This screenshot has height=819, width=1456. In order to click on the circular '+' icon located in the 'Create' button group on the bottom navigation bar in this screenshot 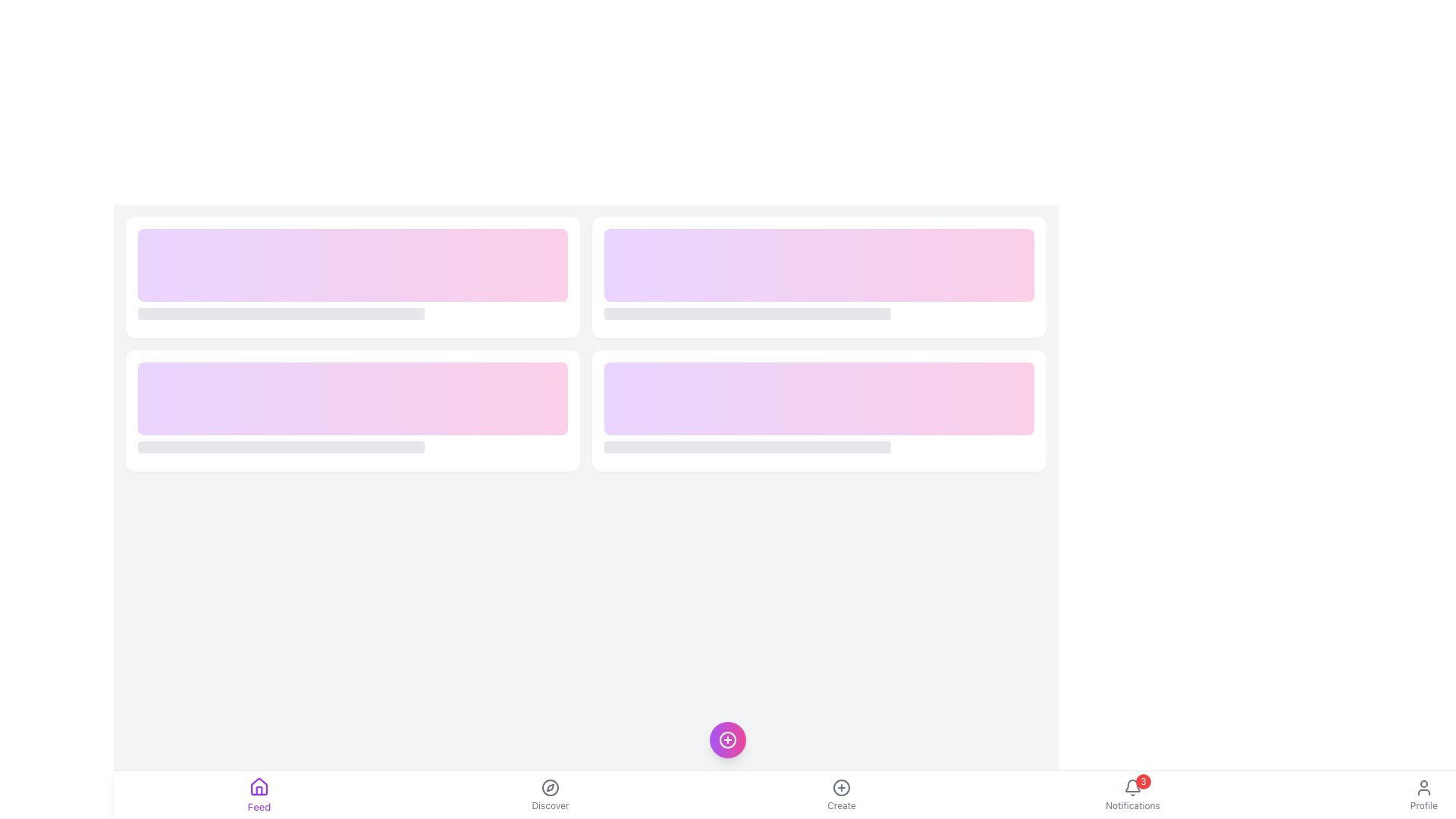, I will do `click(840, 786)`.